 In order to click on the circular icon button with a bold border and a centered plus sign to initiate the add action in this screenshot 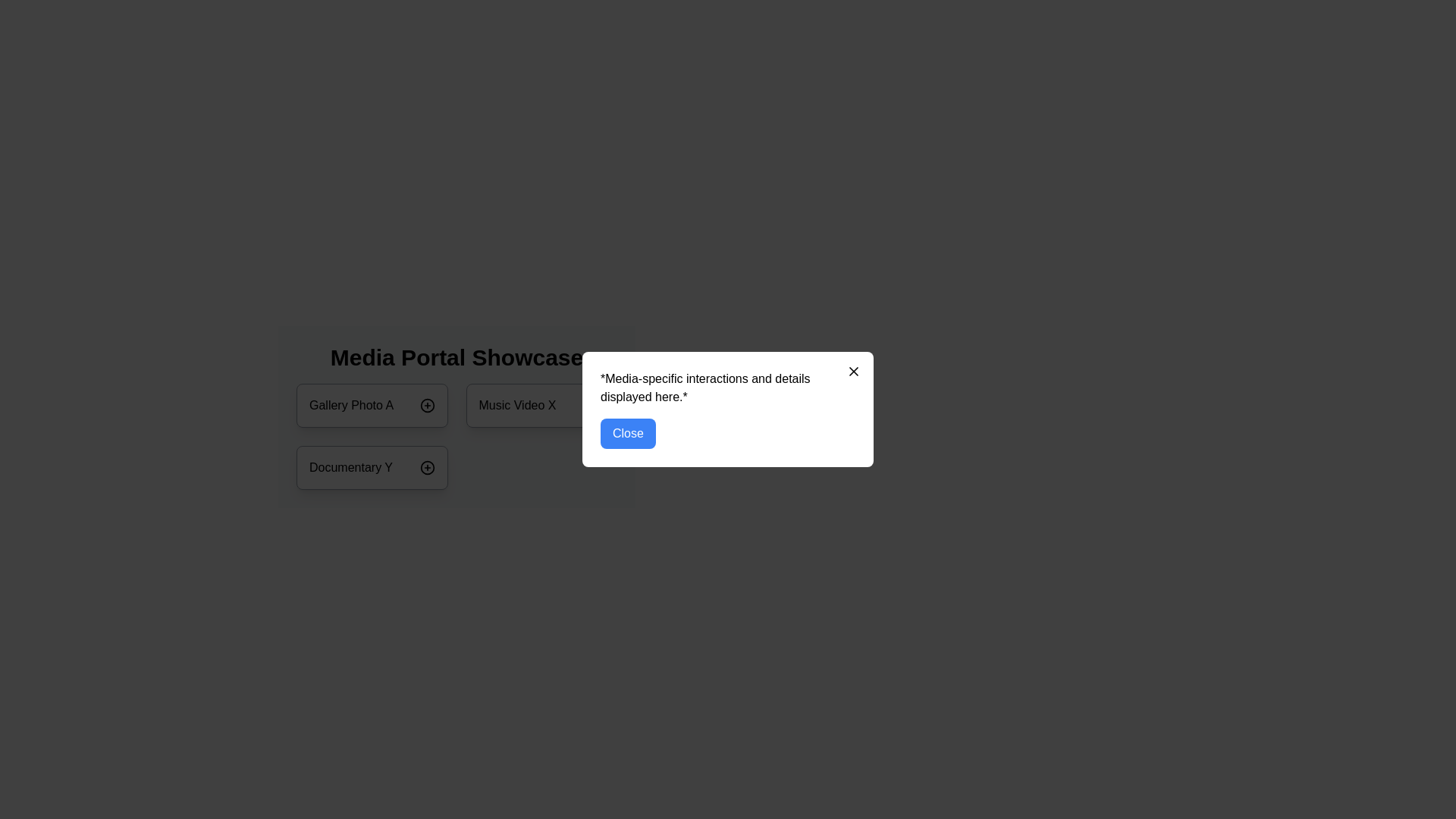, I will do `click(426, 467)`.